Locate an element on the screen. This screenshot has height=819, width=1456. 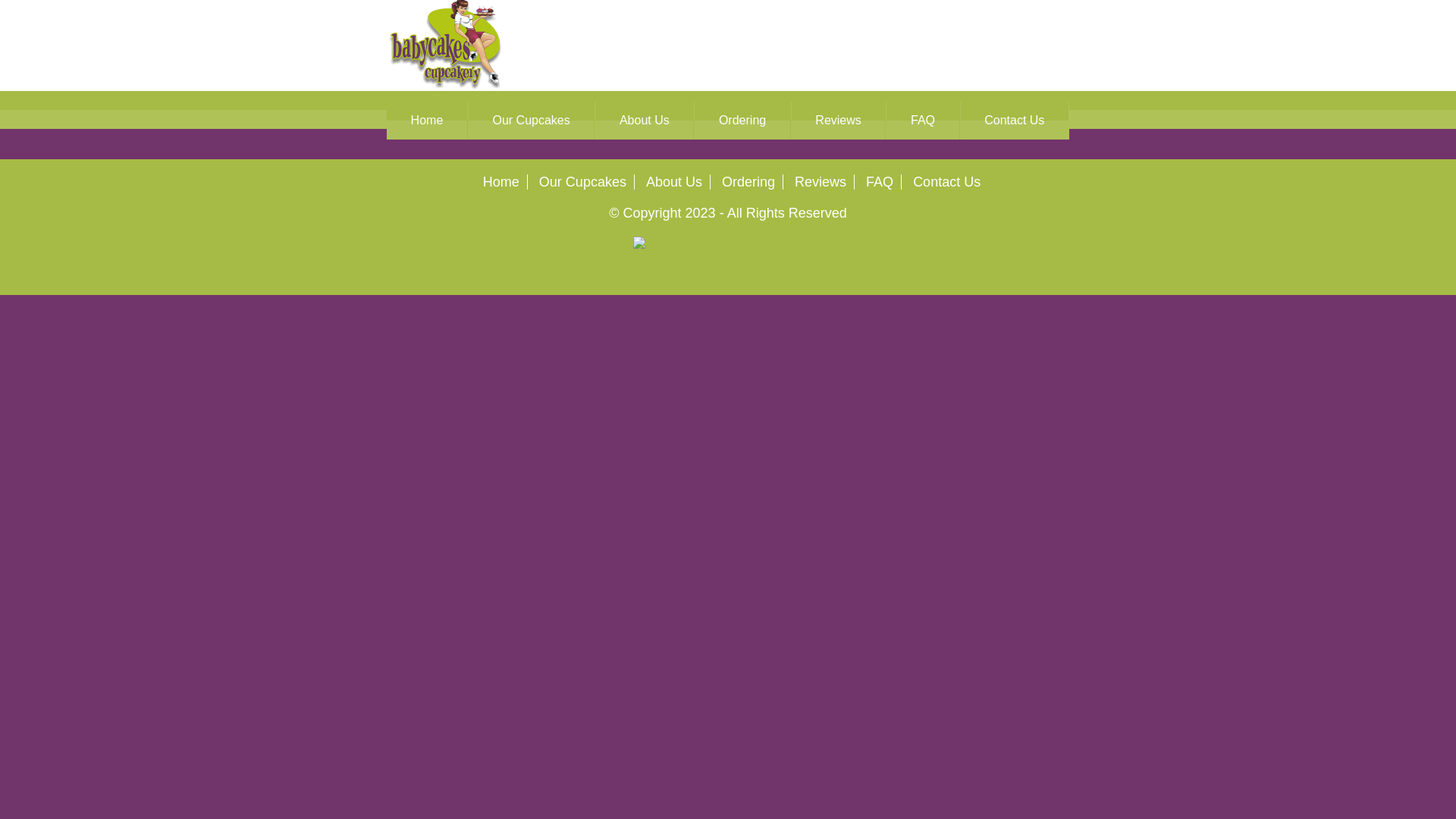
'FAQ' is located at coordinates (921, 119).